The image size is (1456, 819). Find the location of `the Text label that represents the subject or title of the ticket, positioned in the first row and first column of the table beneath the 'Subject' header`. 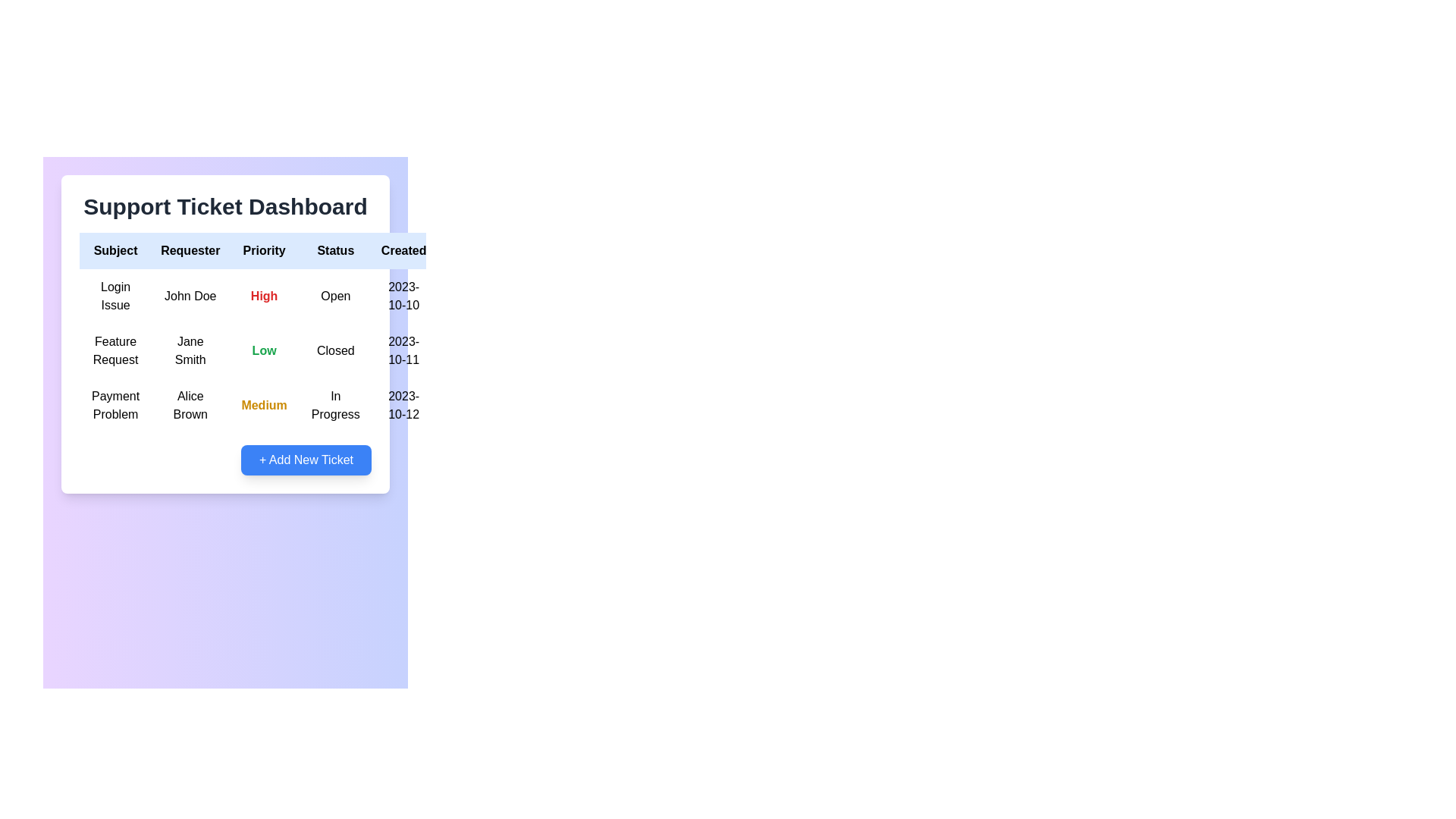

the Text label that represents the subject or title of the ticket, positioned in the first row and first column of the table beneath the 'Subject' header is located at coordinates (115, 296).